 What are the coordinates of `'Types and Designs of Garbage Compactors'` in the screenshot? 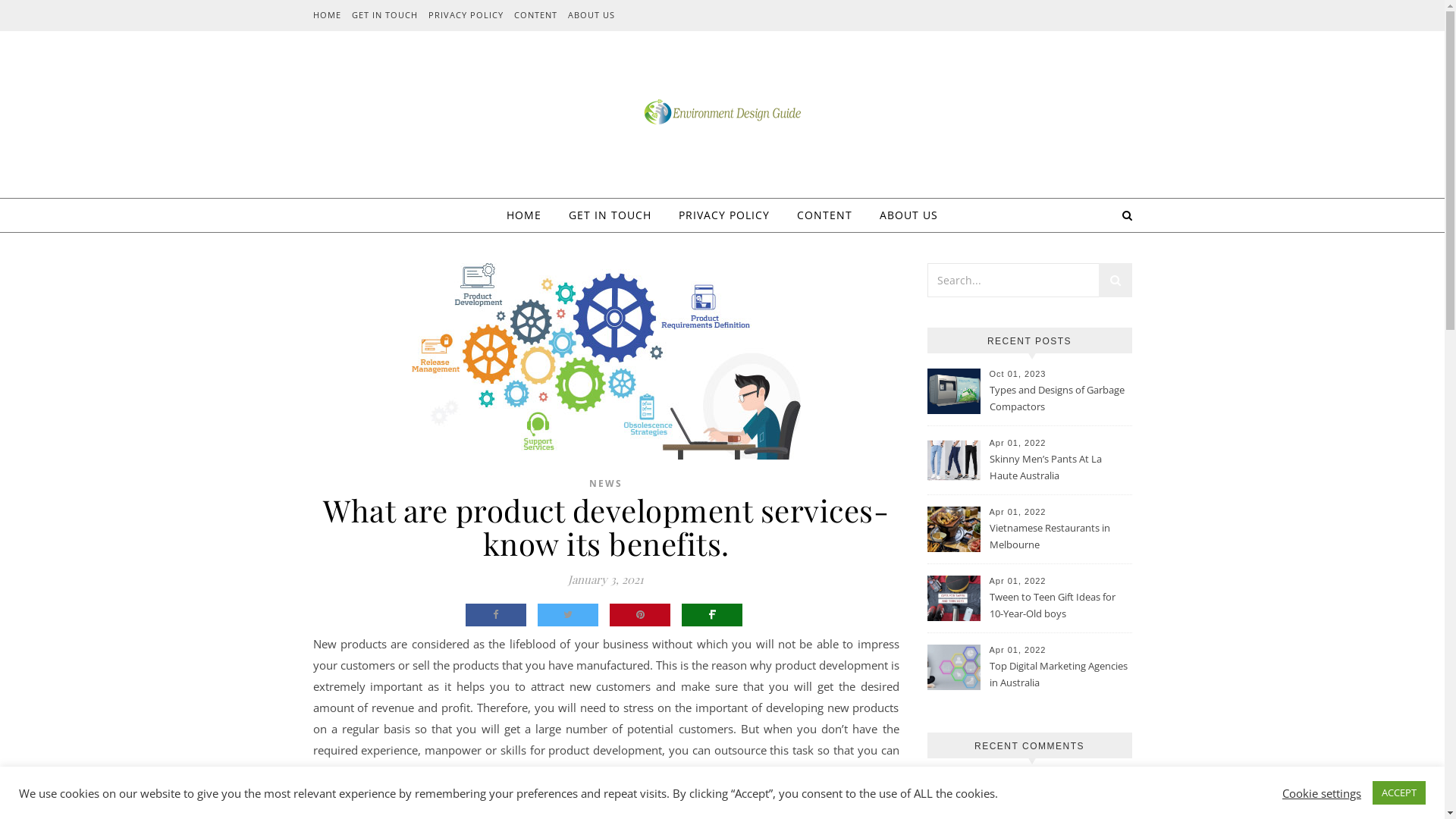 It's located at (1058, 397).